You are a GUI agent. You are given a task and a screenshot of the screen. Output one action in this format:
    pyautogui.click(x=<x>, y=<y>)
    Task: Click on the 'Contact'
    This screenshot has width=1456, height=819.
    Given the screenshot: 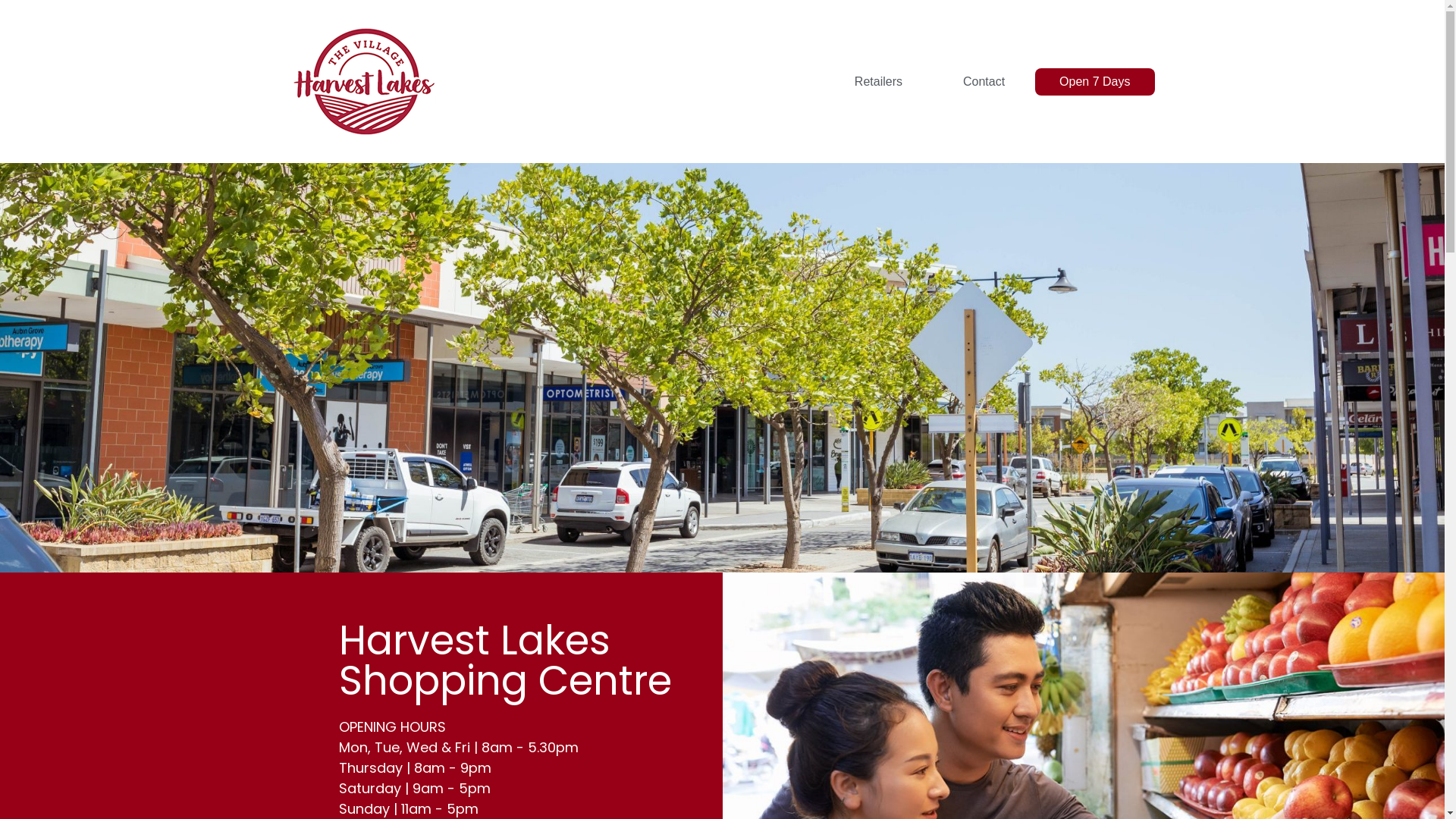 What is the action you would take?
    pyautogui.click(x=984, y=82)
    